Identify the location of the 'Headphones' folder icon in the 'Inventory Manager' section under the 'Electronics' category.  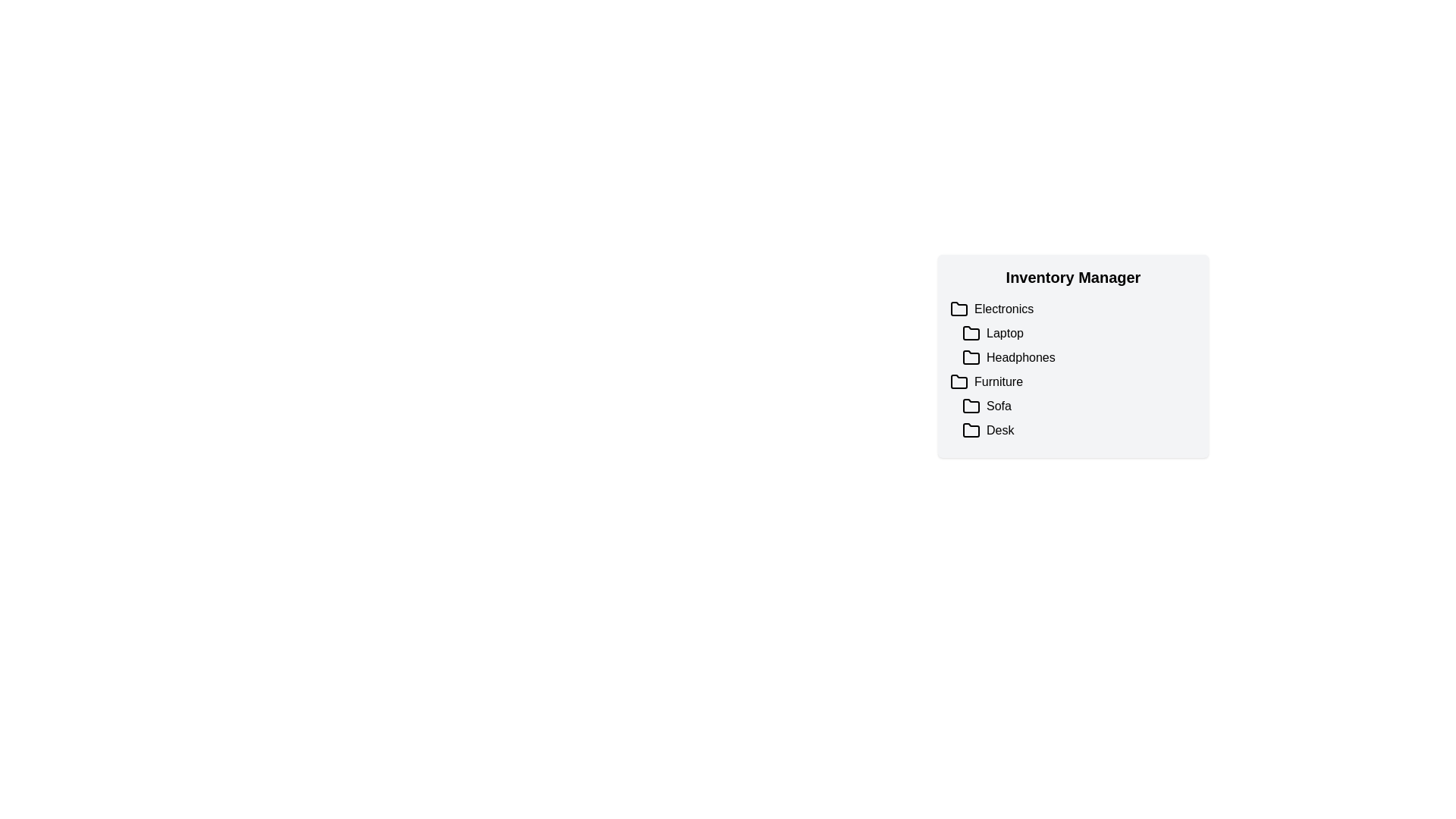
(971, 356).